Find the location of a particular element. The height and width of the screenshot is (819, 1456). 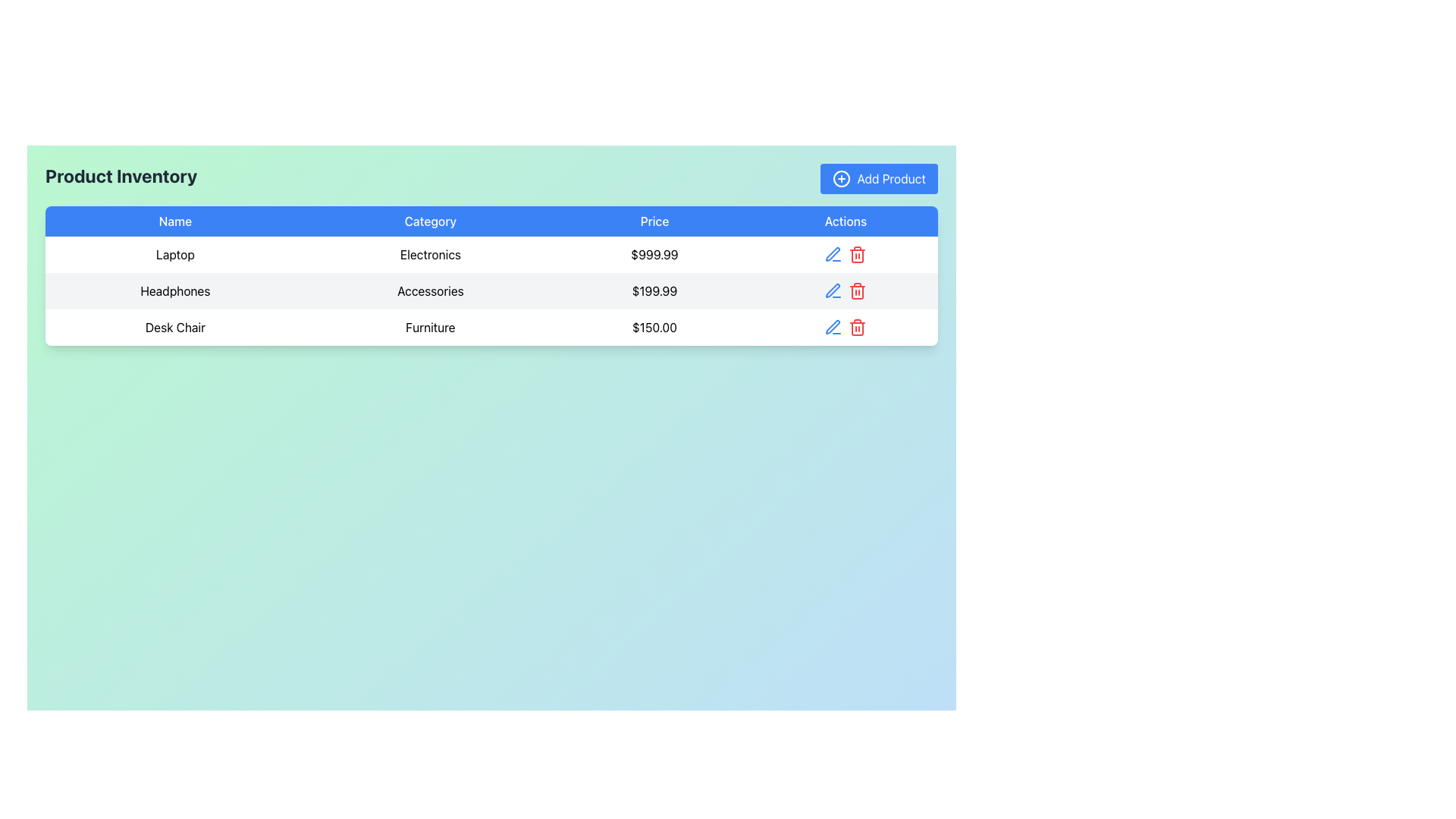

the Text label that displays the category associated with the 'Laptop' product in the 'Product Inventory' table, located in the second cell of the row corresponding to 'Laptop' is located at coordinates (429, 253).